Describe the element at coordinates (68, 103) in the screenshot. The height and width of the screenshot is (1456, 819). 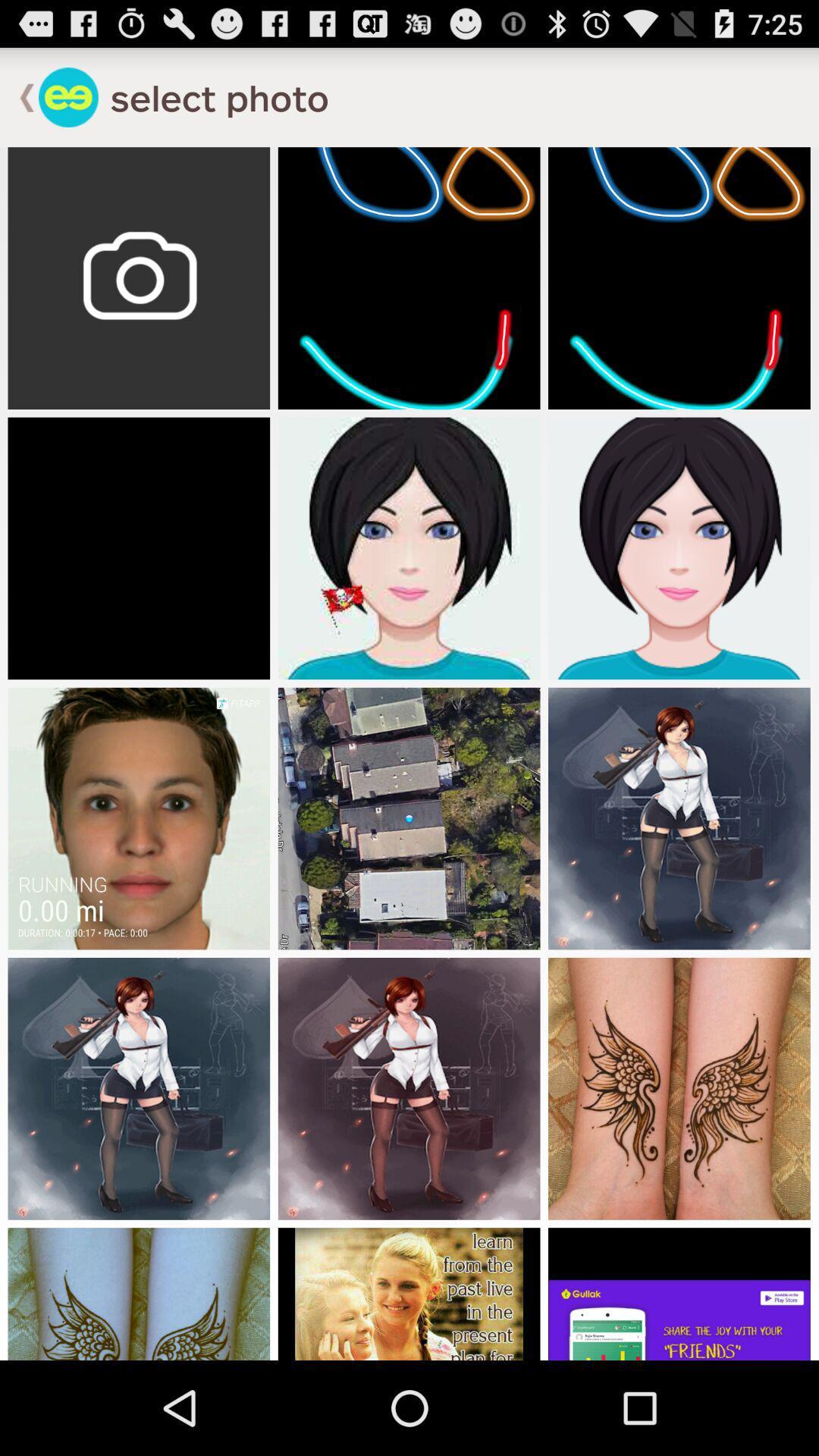
I see `the emoji icon` at that location.